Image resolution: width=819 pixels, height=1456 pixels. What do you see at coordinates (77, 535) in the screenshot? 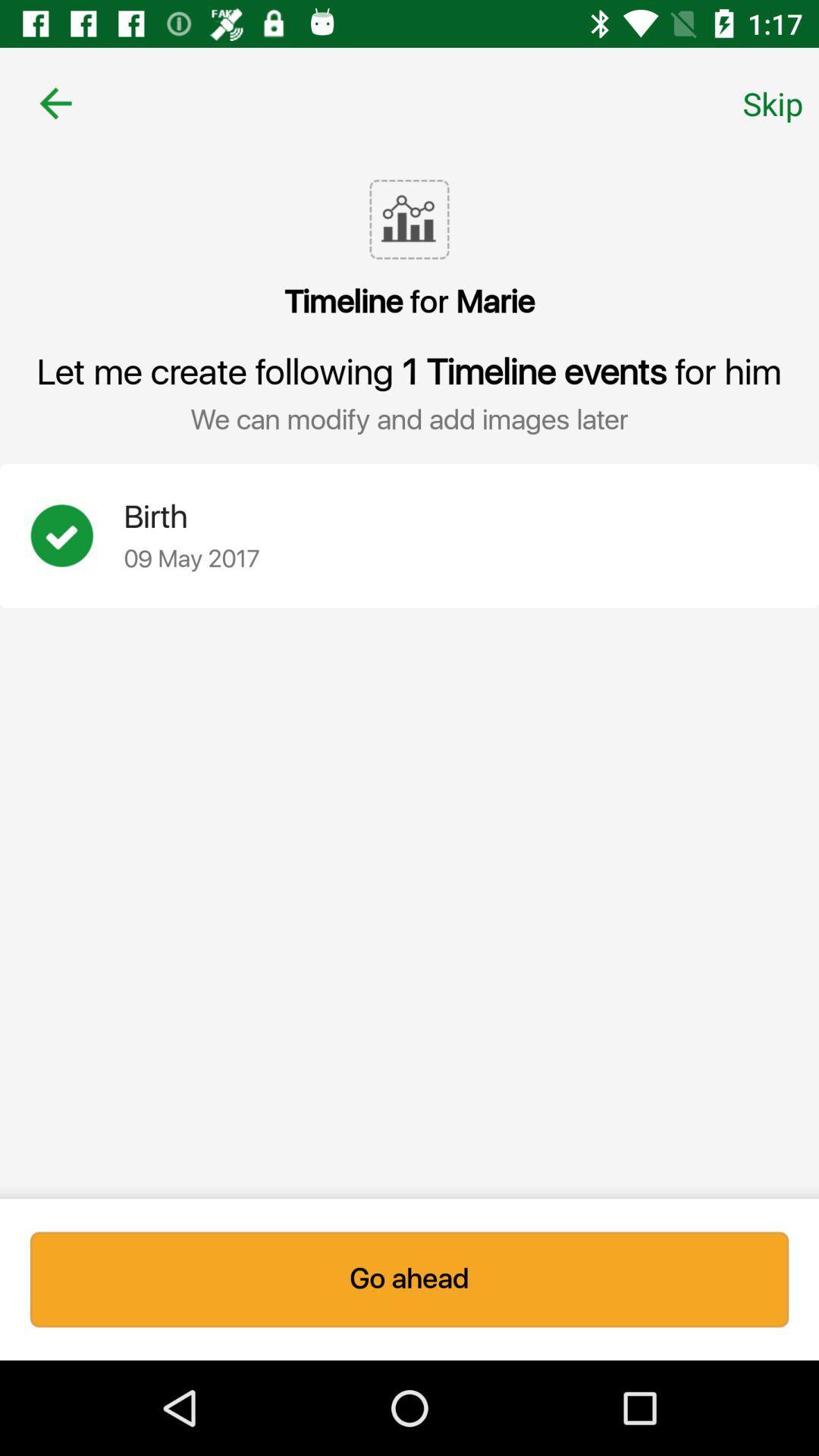
I see `icon below the let me create` at bounding box center [77, 535].